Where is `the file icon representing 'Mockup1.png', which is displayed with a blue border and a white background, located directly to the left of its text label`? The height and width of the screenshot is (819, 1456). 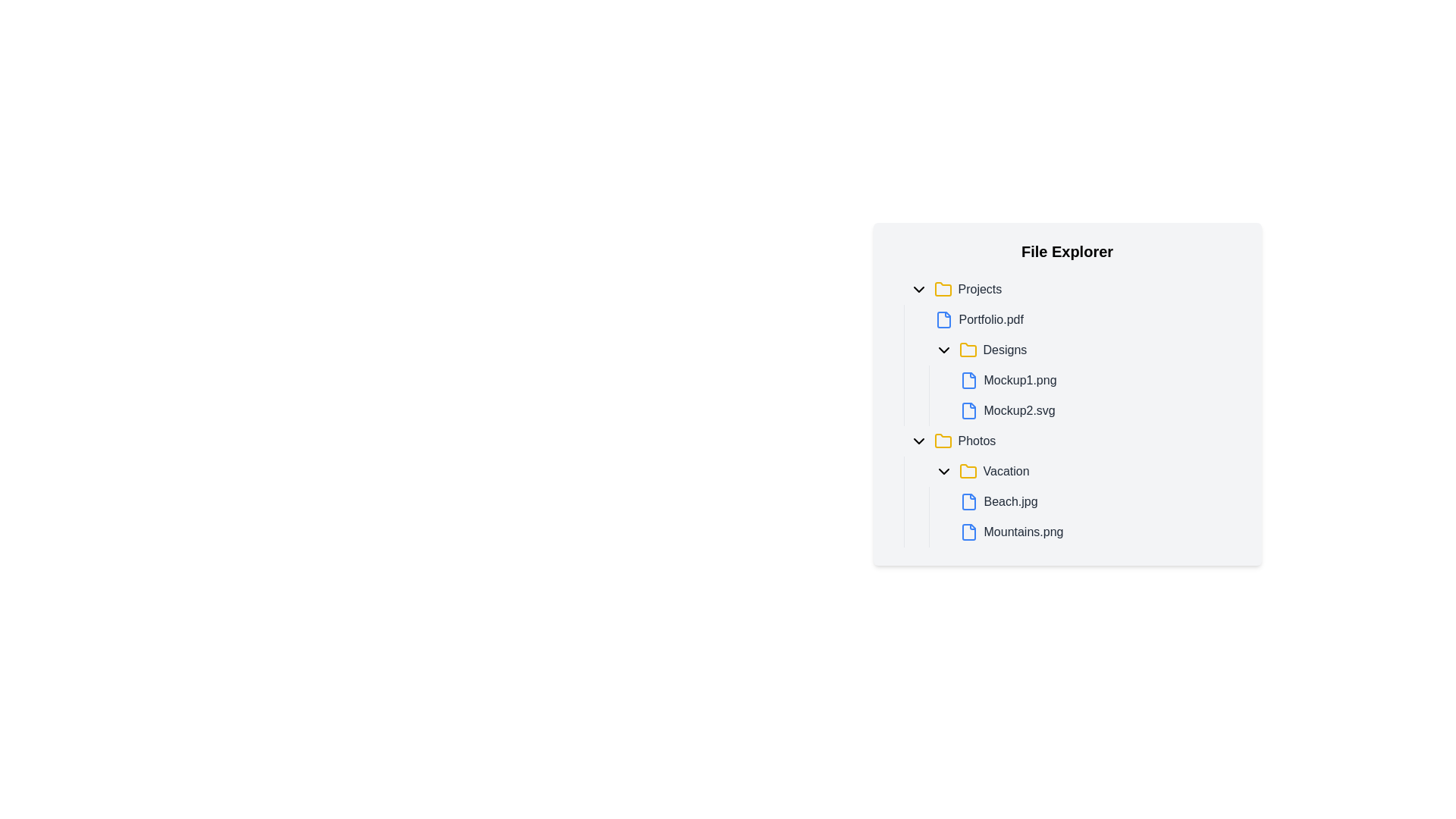
the file icon representing 'Mockup1.png', which is displayed with a blue border and a white background, located directly to the left of its text label is located at coordinates (968, 379).